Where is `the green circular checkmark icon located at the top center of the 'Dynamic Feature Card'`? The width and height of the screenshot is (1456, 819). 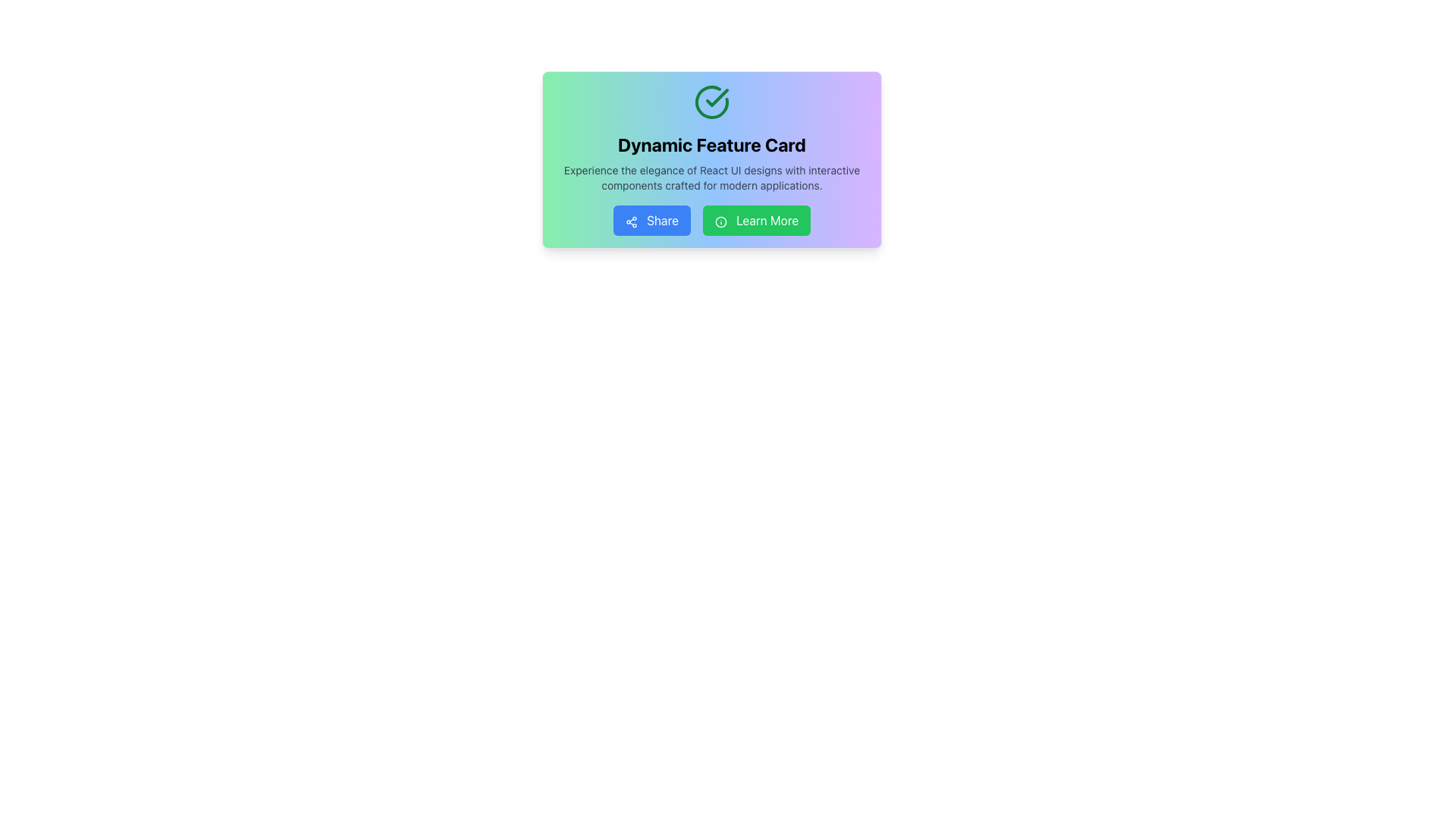 the green circular checkmark icon located at the top center of the 'Dynamic Feature Card' is located at coordinates (711, 102).